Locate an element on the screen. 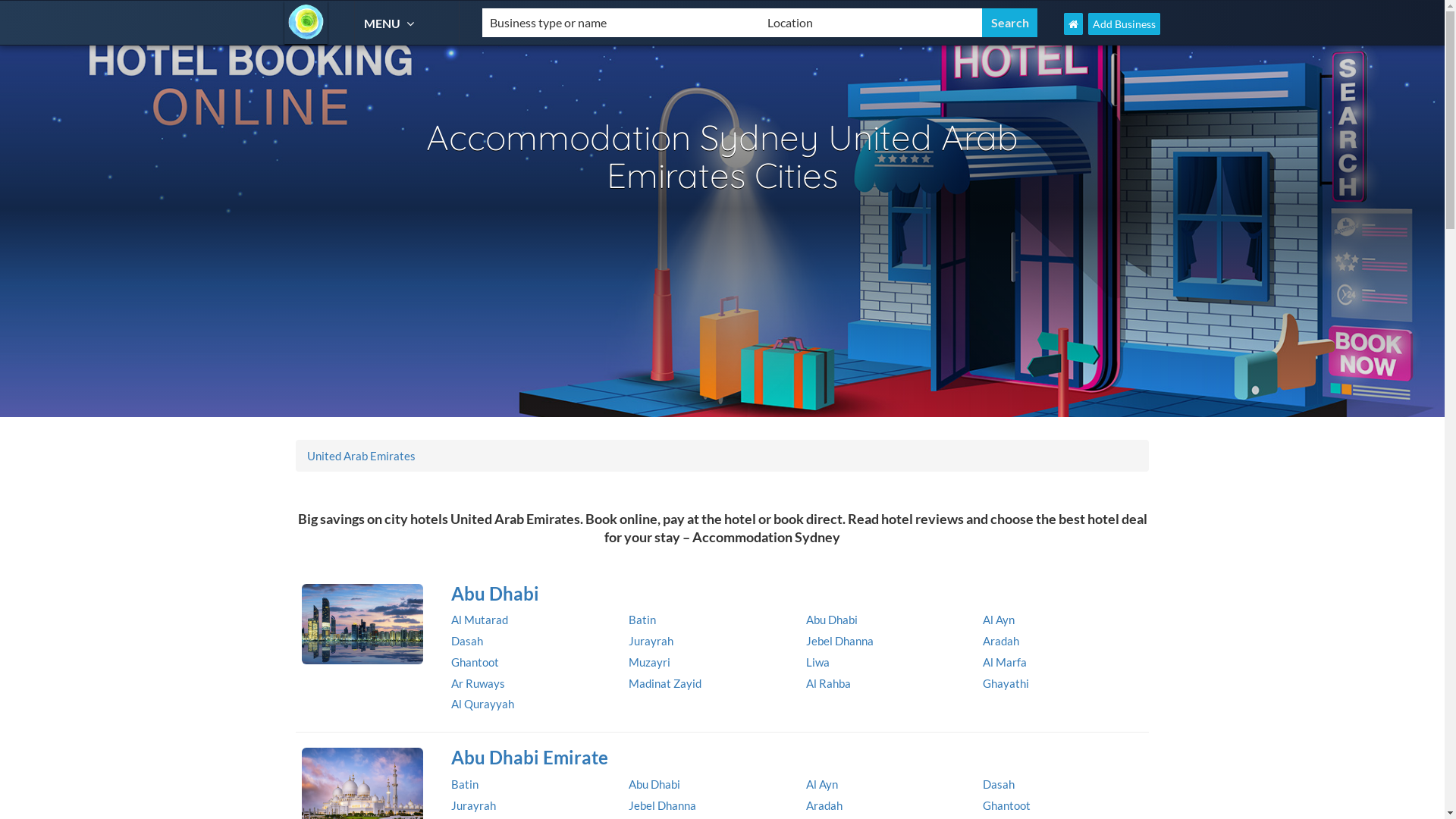 The width and height of the screenshot is (1456, 819). 'Accommodation Sydney' is located at coordinates (305, 22).